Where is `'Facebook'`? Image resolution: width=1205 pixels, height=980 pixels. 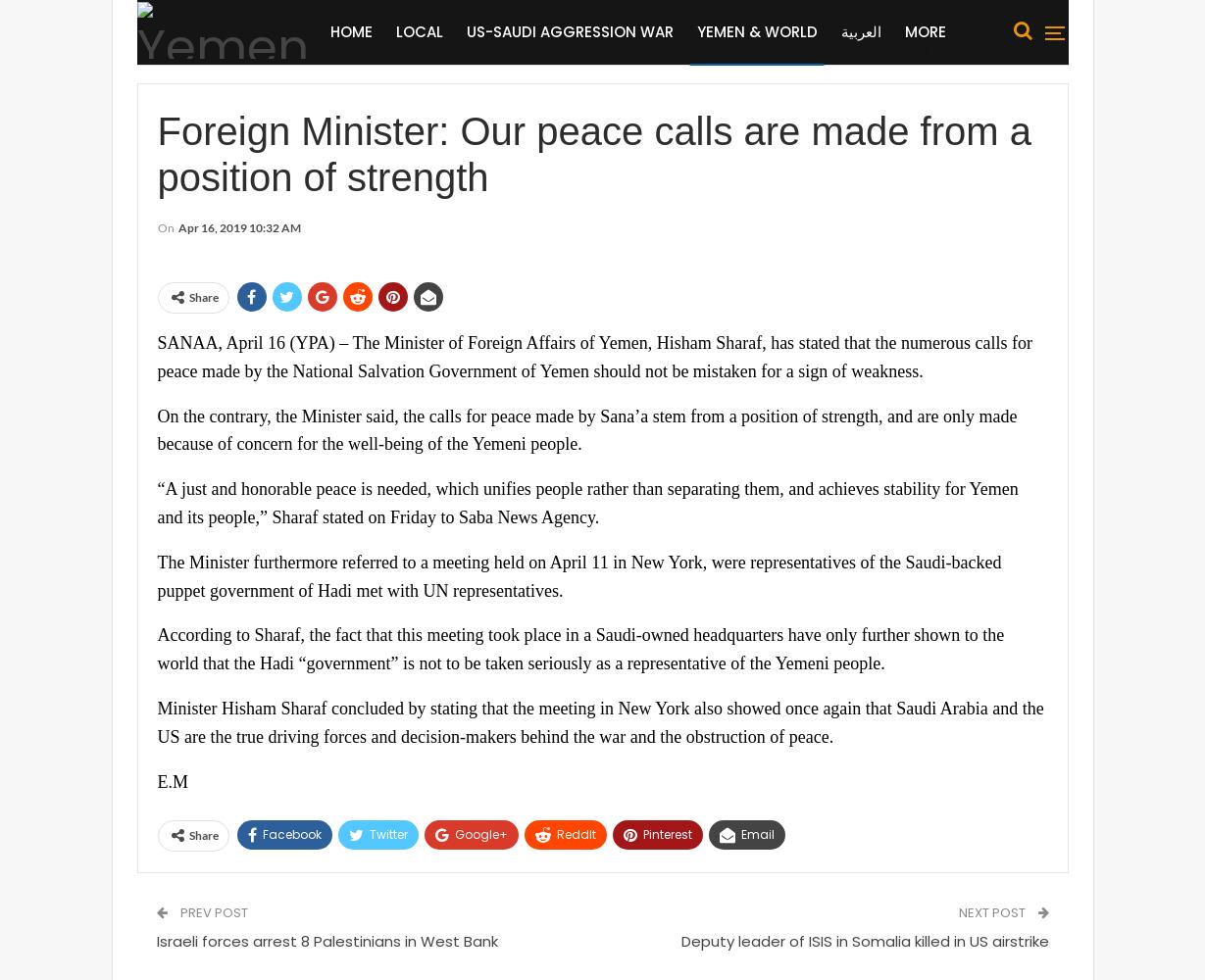 'Facebook' is located at coordinates (290, 833).